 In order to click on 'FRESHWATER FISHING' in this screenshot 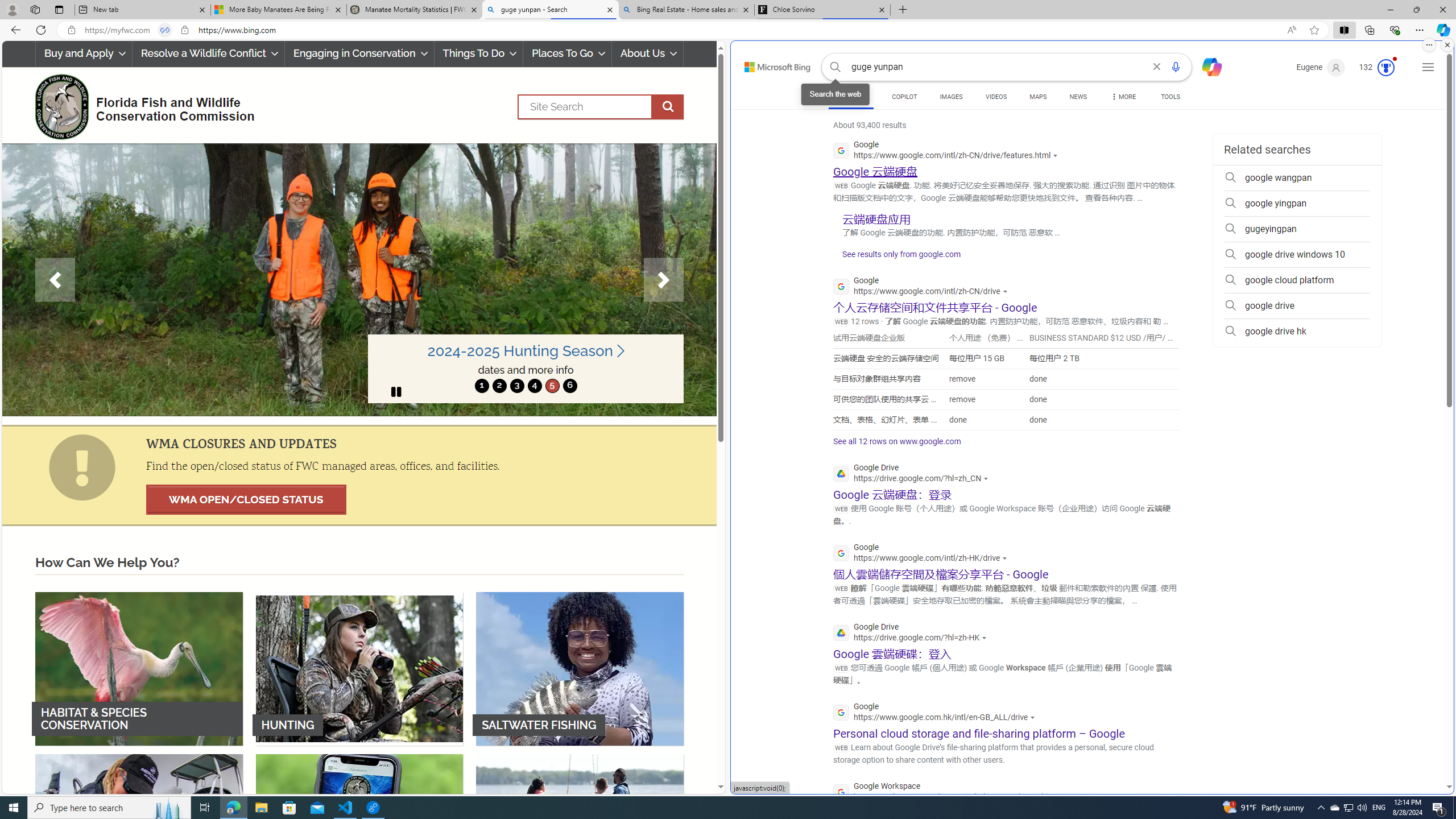, I will do `click(139, 819)`.